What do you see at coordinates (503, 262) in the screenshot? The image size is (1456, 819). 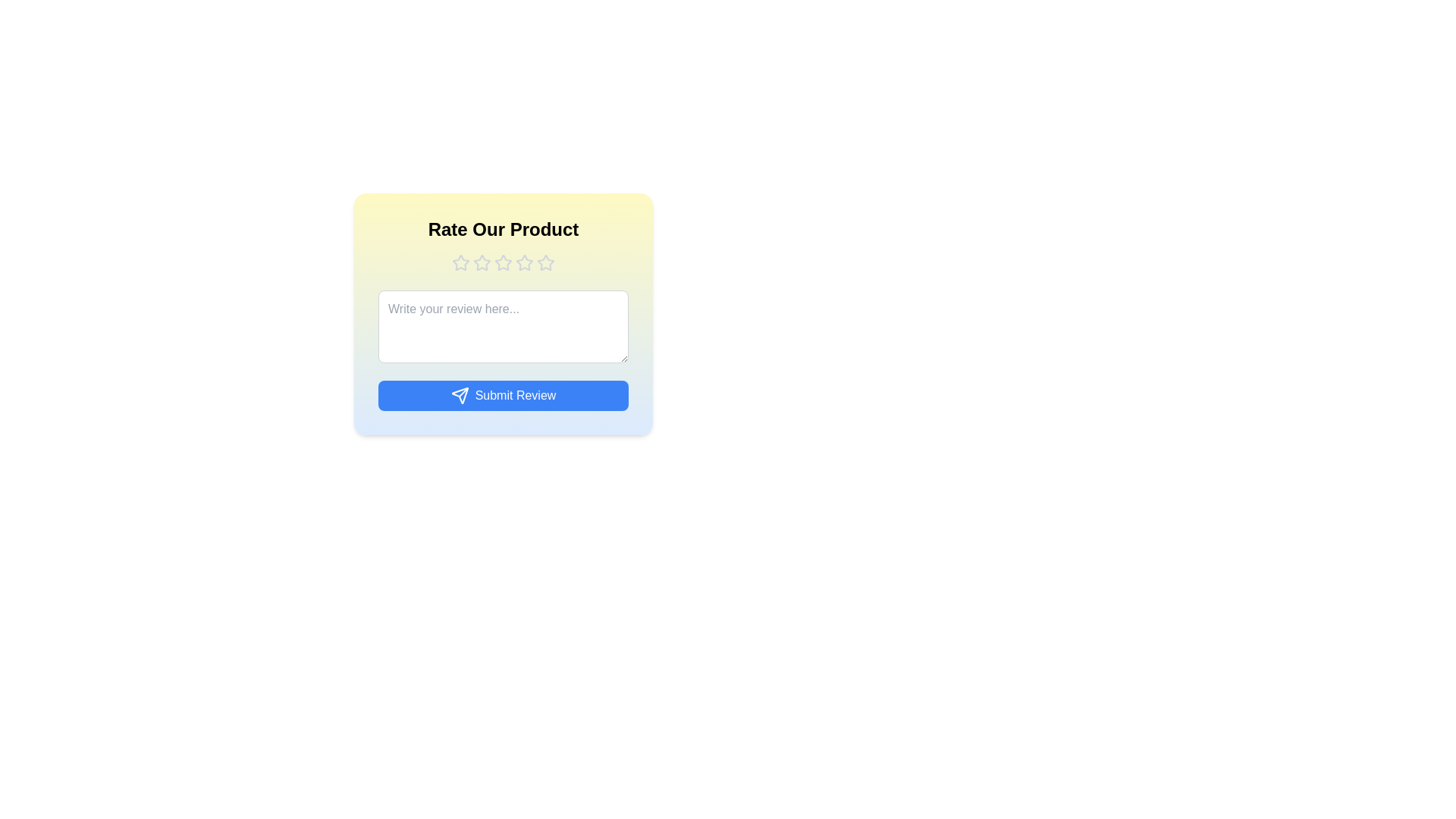 I see `the product rating to 3 stars by clicking on the corresponding star` at bounding box center [503, 262].